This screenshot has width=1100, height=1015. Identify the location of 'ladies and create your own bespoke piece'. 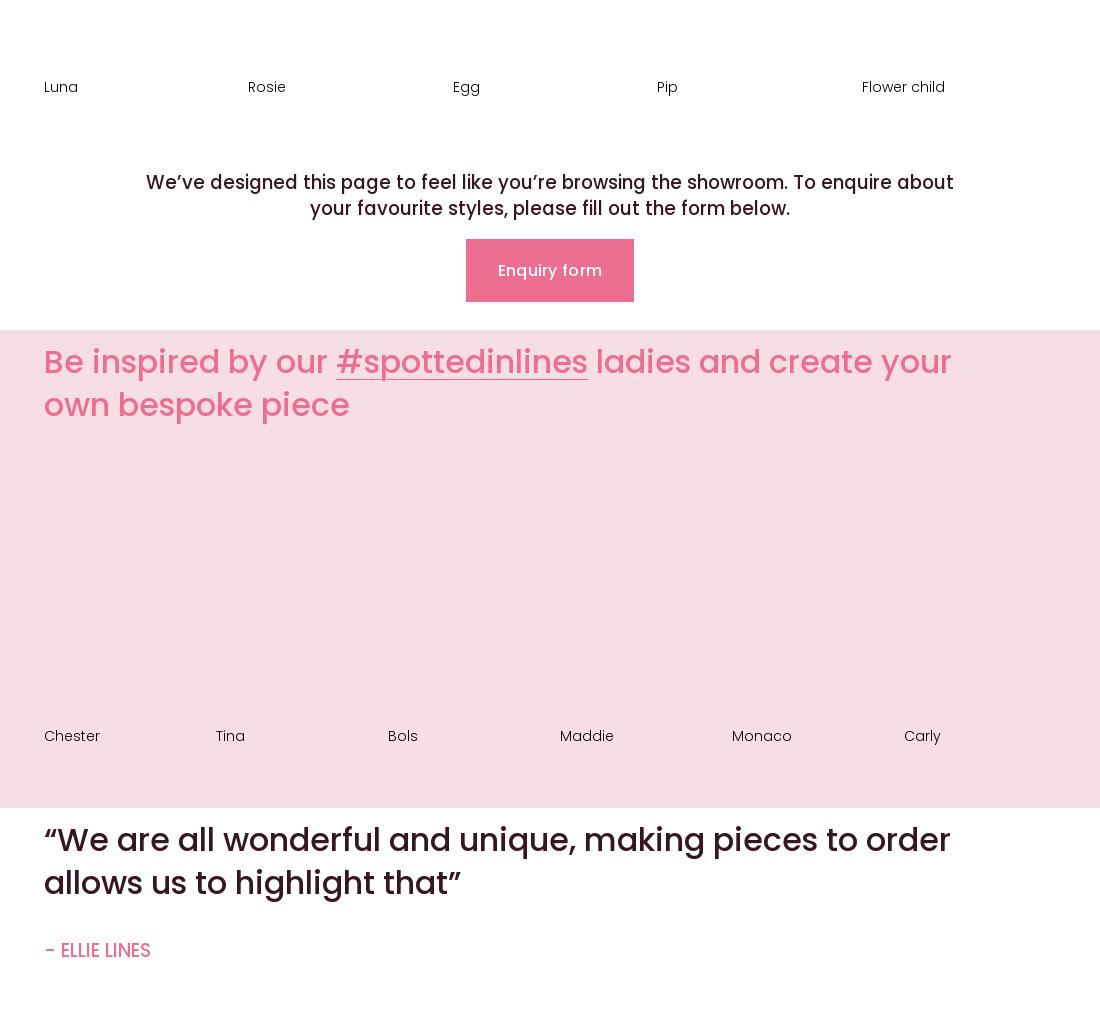
(502, 382).